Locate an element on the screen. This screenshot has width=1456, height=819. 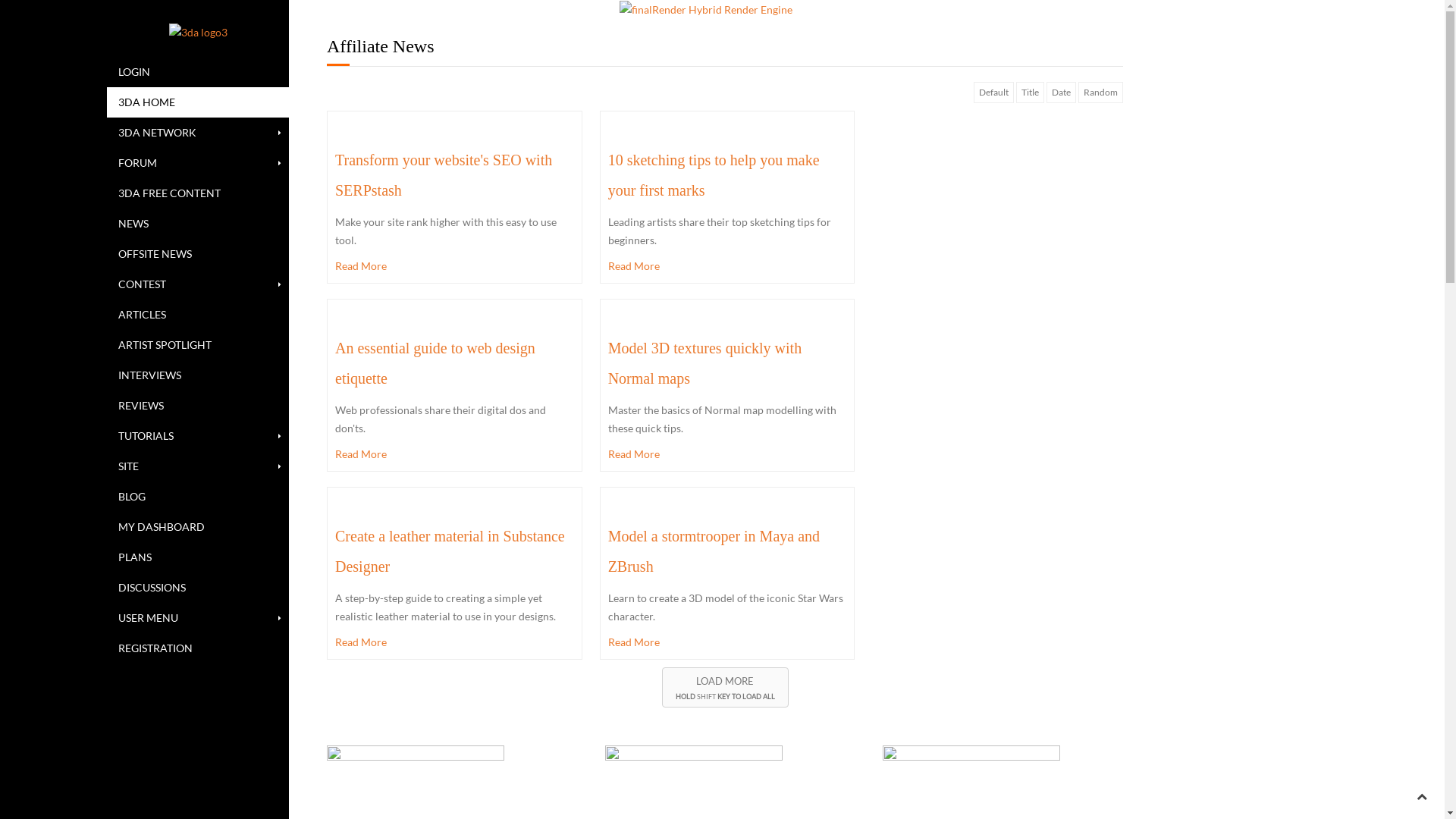
'3DA HOME' is located at coordinates (196, 102).